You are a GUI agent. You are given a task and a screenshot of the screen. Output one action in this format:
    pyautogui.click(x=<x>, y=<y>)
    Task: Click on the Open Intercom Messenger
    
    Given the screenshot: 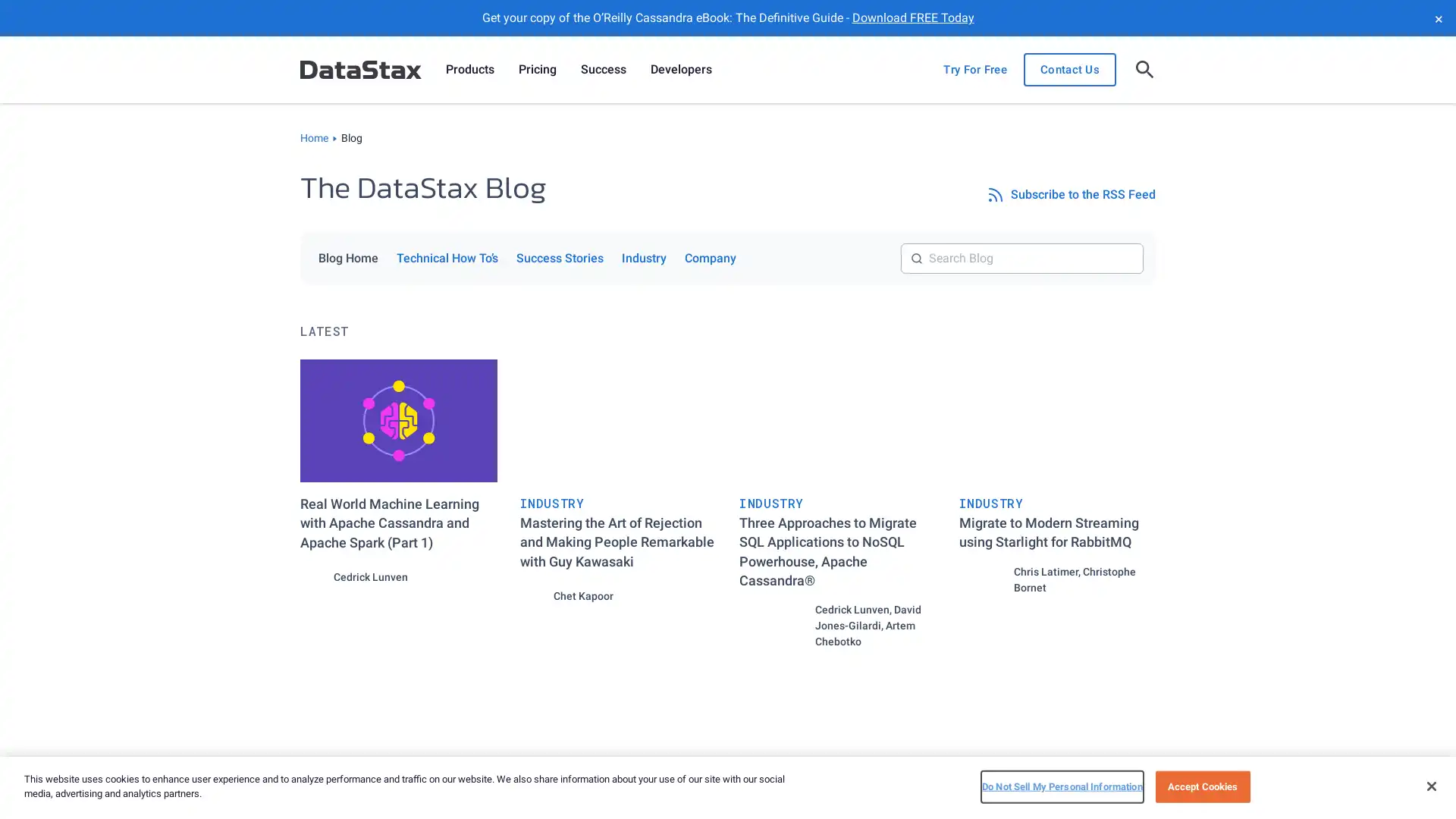 What is the action you would take?
    pyautogui.click(x=1417, y=780)
    